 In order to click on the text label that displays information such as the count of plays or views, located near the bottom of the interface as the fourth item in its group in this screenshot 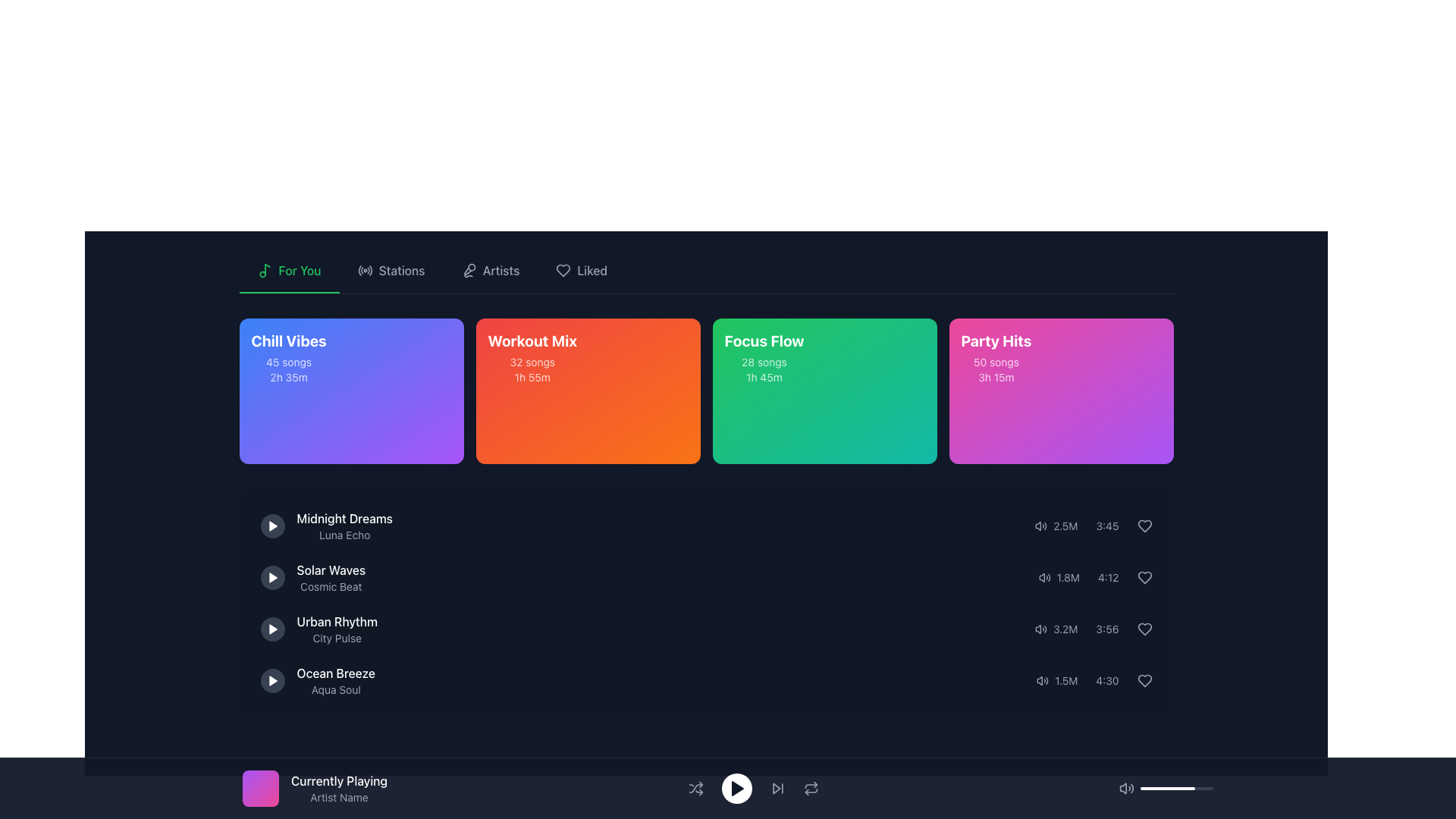, I will do `click(1065, 680)`.